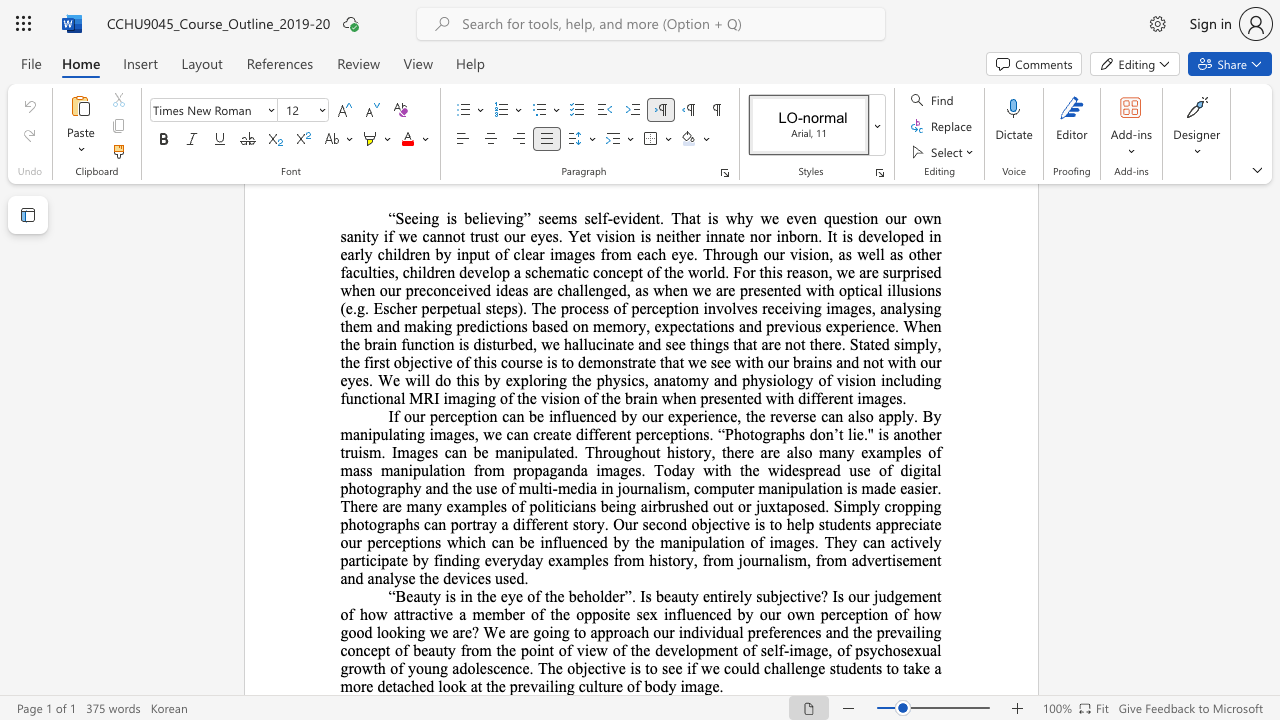 The image size is (1280, 720). What do you see at coordinates (395, 650) in the screenshot?
I see `the subset text "of beauty from the point of view of the development of self-image, of psychosexual growth of young adolescence. The objective is to see if we could challenge students to take a more detached look at the prevailing" within the text "Beauty is in the eye of the beholder”. Is beauty entirely subjective? Is our judgement of how attractive a member of the opposite sex influenced by our own perception of how good looking we are? We are going to approach our individual preferences and the prevailing concept of beauty from the point of view of the development of self-image, of psychosexual growth of young adolescence. The objective is to see if we could challenge students to take a more detached look at the prevailing culture of body image."` at bounding box center [395, 650].